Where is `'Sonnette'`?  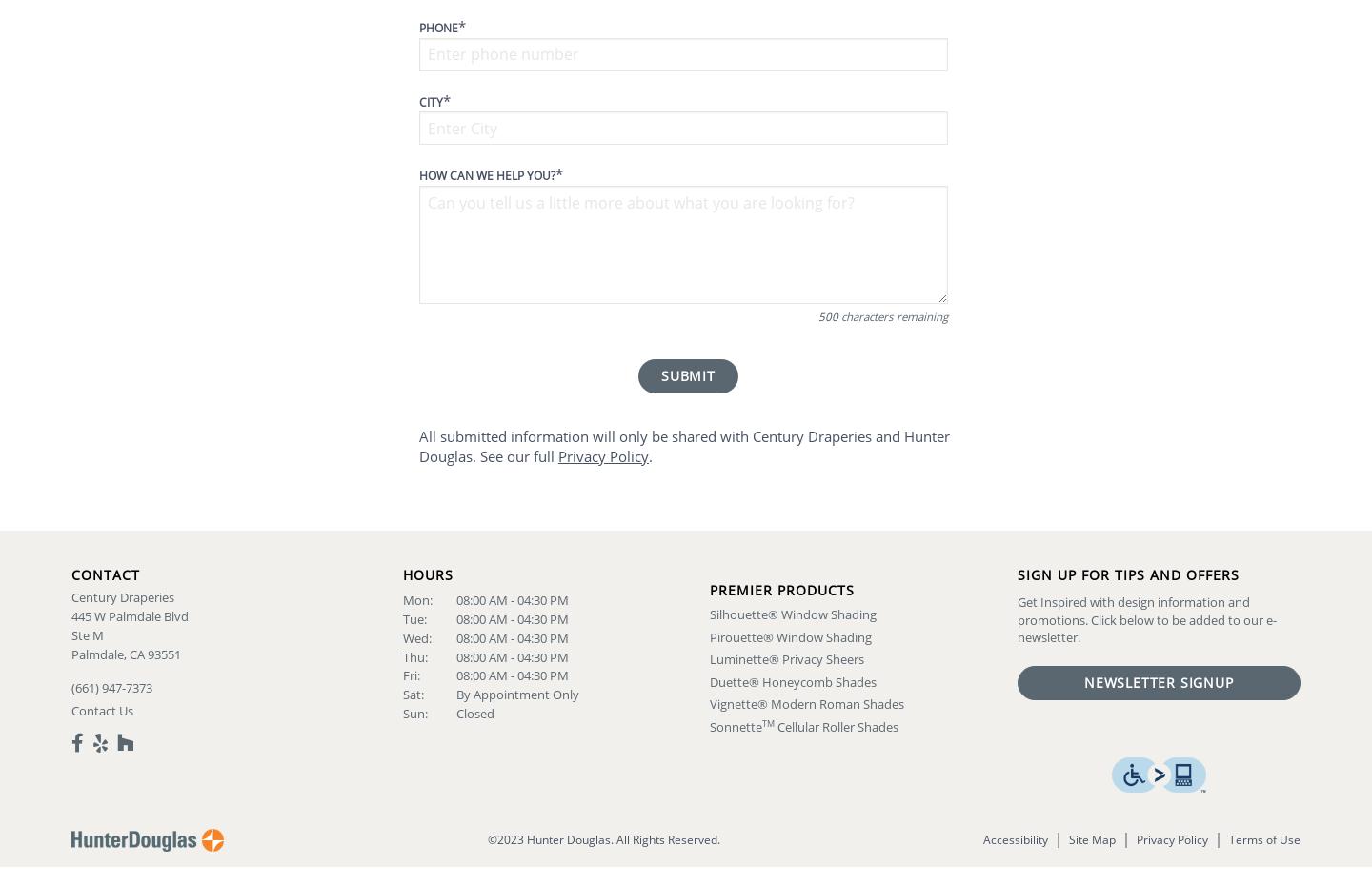
'Sonnette' is located at coordinates (735, 726).